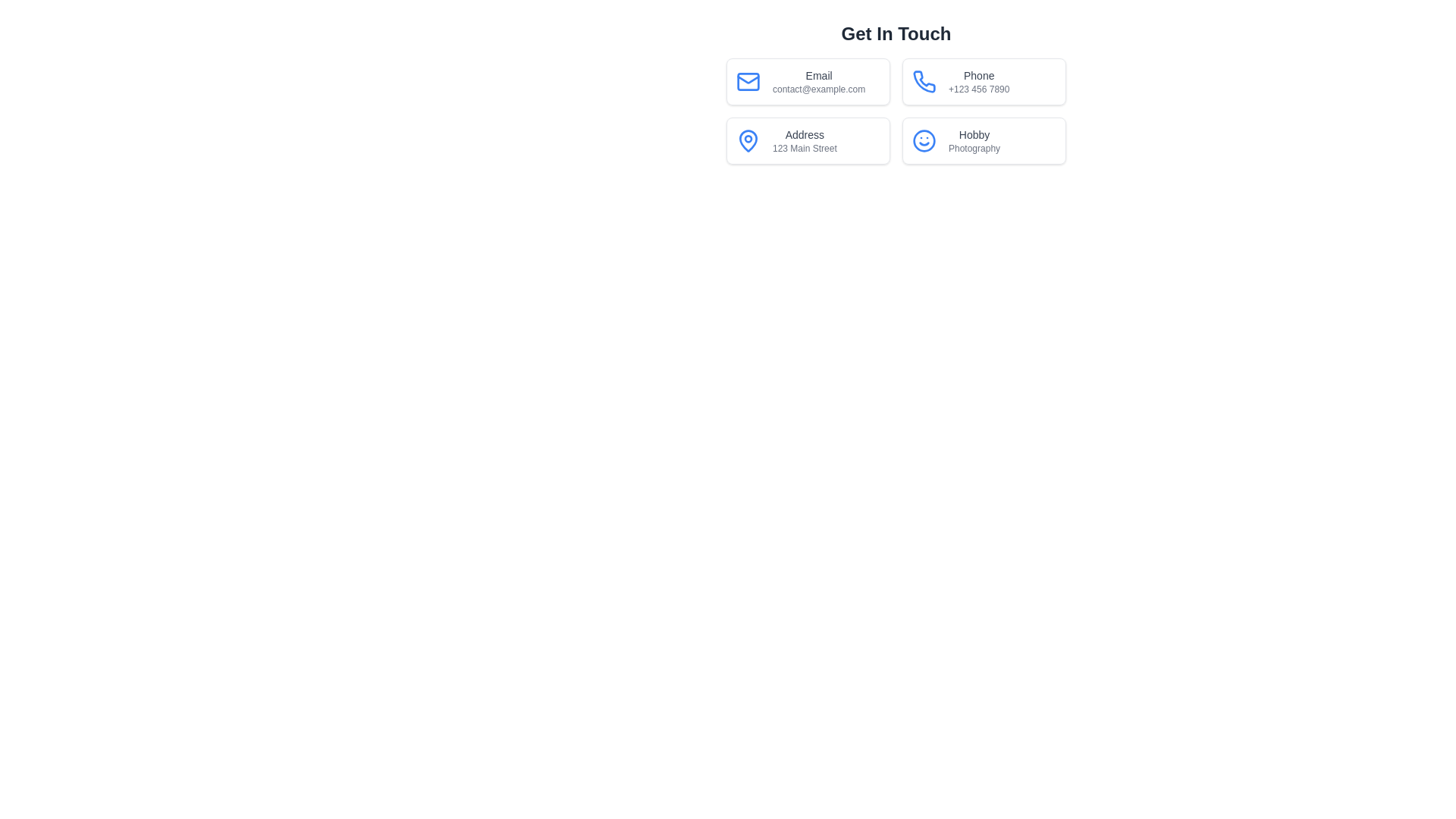 The height and width of the screenshot is (819, 1456). Describe the element at coordinates (984, 82) in the screenshot. I see `the phone number displayed on the contact information card, which is the second card in a 2x2 grid layout, located in the top right of the grid` at that location.